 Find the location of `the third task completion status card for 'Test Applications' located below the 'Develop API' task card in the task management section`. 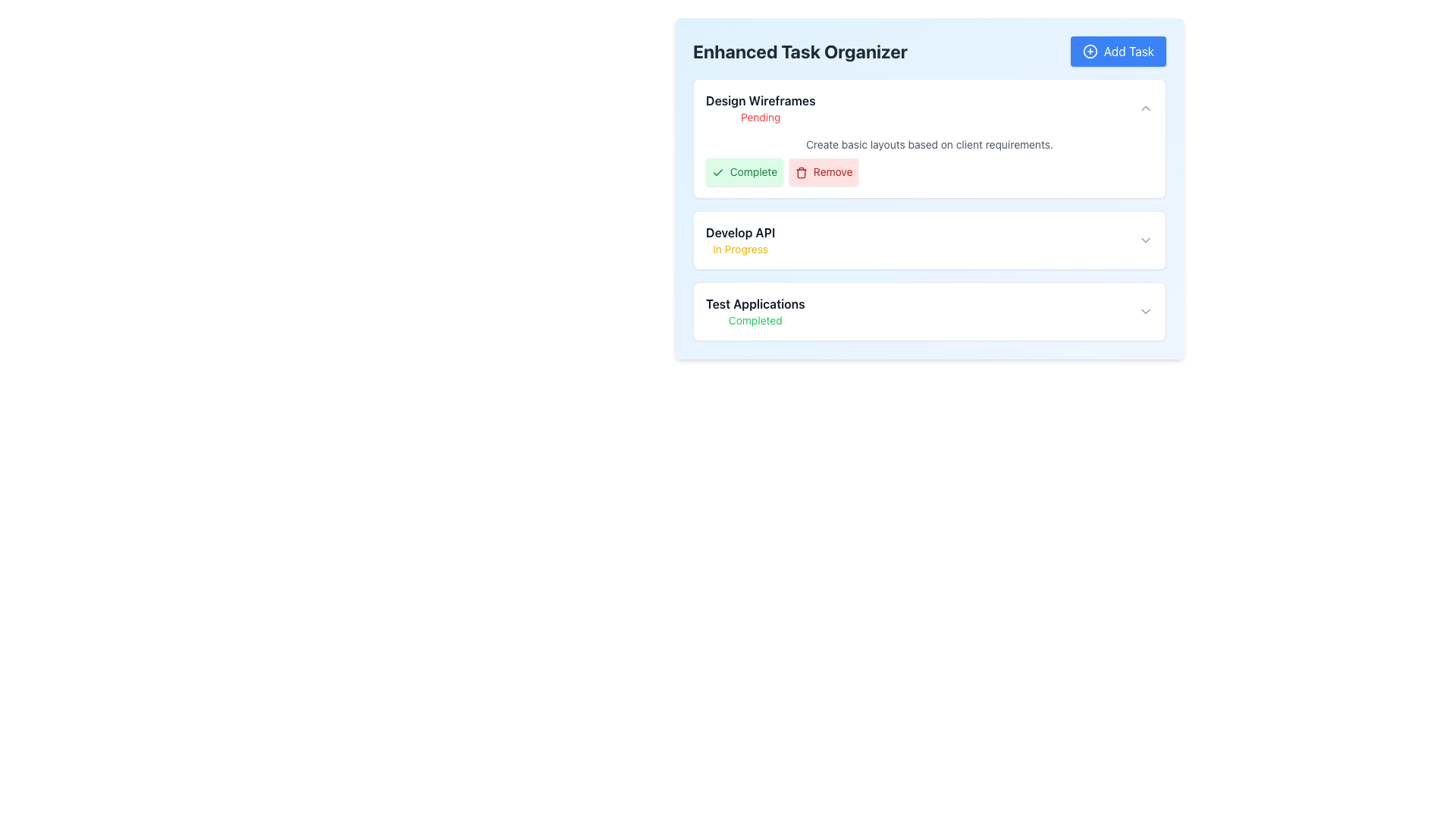

the third task completion status card for 'Test Applications' located below the 'Develop API' task card in the task management section is located at coordinates (928, 311).